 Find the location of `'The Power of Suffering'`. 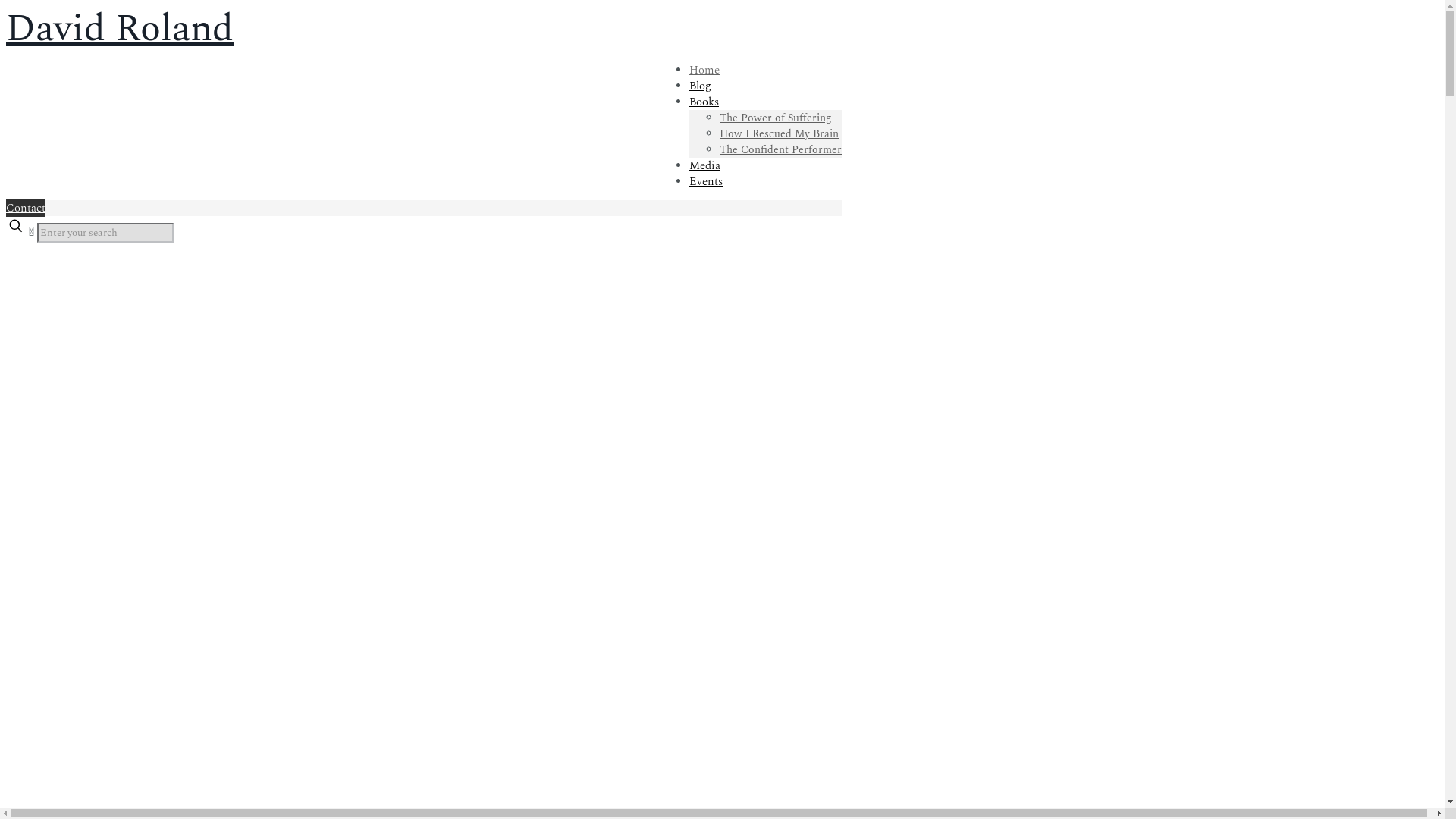

'The Power of Suffering' is located at coordinates (719, 117).